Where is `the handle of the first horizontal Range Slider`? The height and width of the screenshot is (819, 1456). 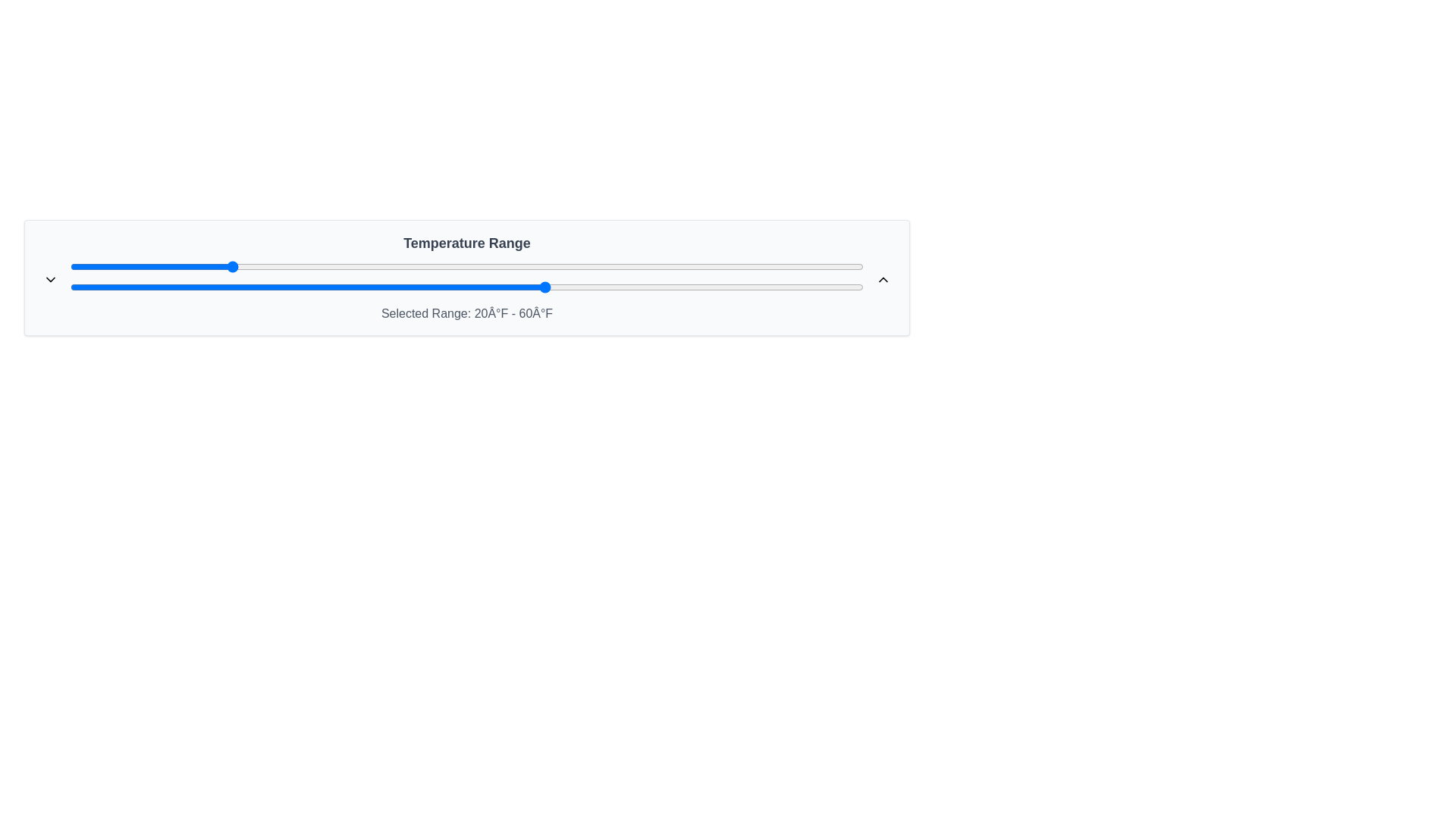 the handle of the first horizontal Range Slider is located at coordinates (466, 265).